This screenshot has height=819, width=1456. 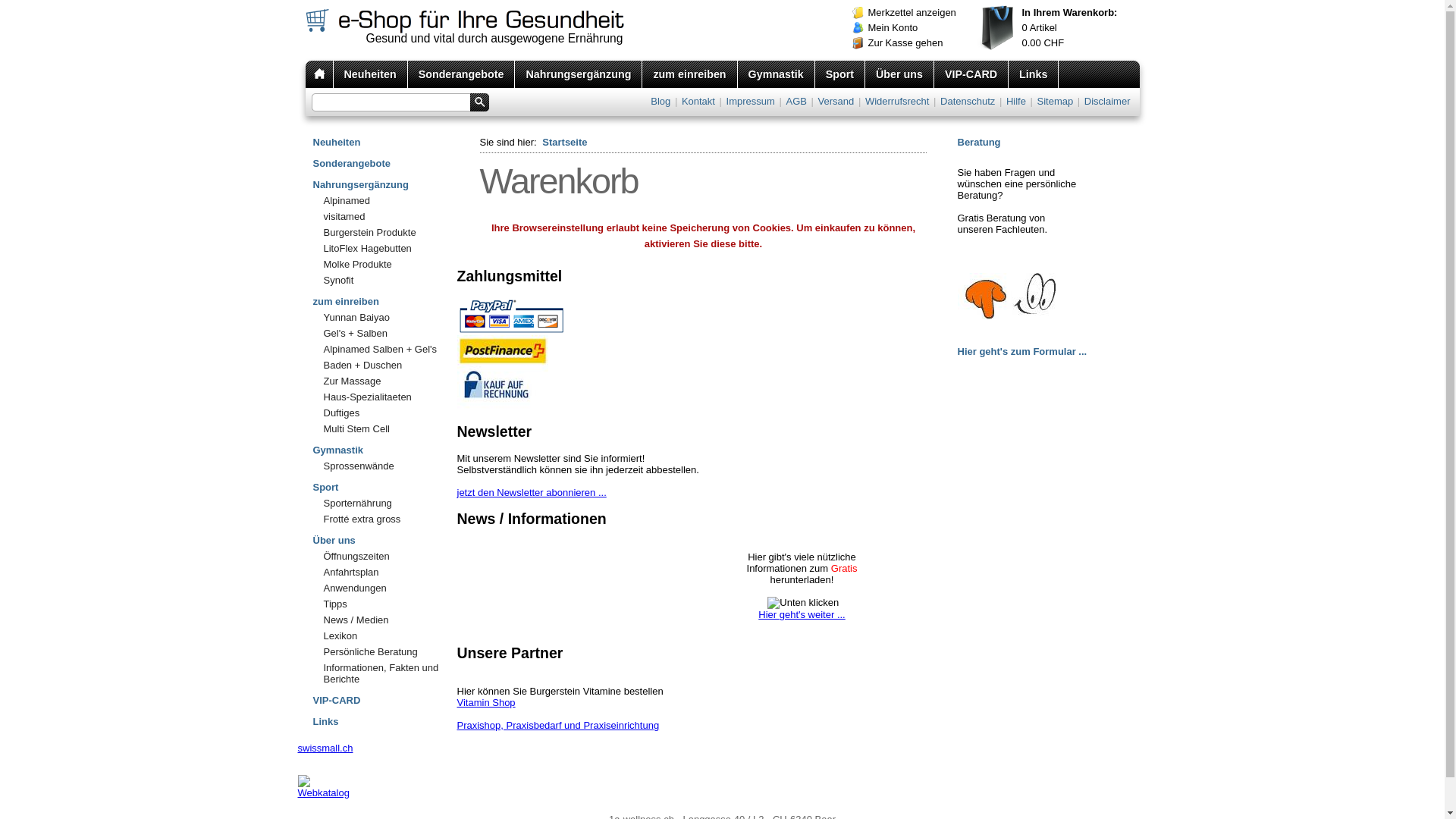 I want to click on 'Disclaimer', so click(x=1082, y=101).